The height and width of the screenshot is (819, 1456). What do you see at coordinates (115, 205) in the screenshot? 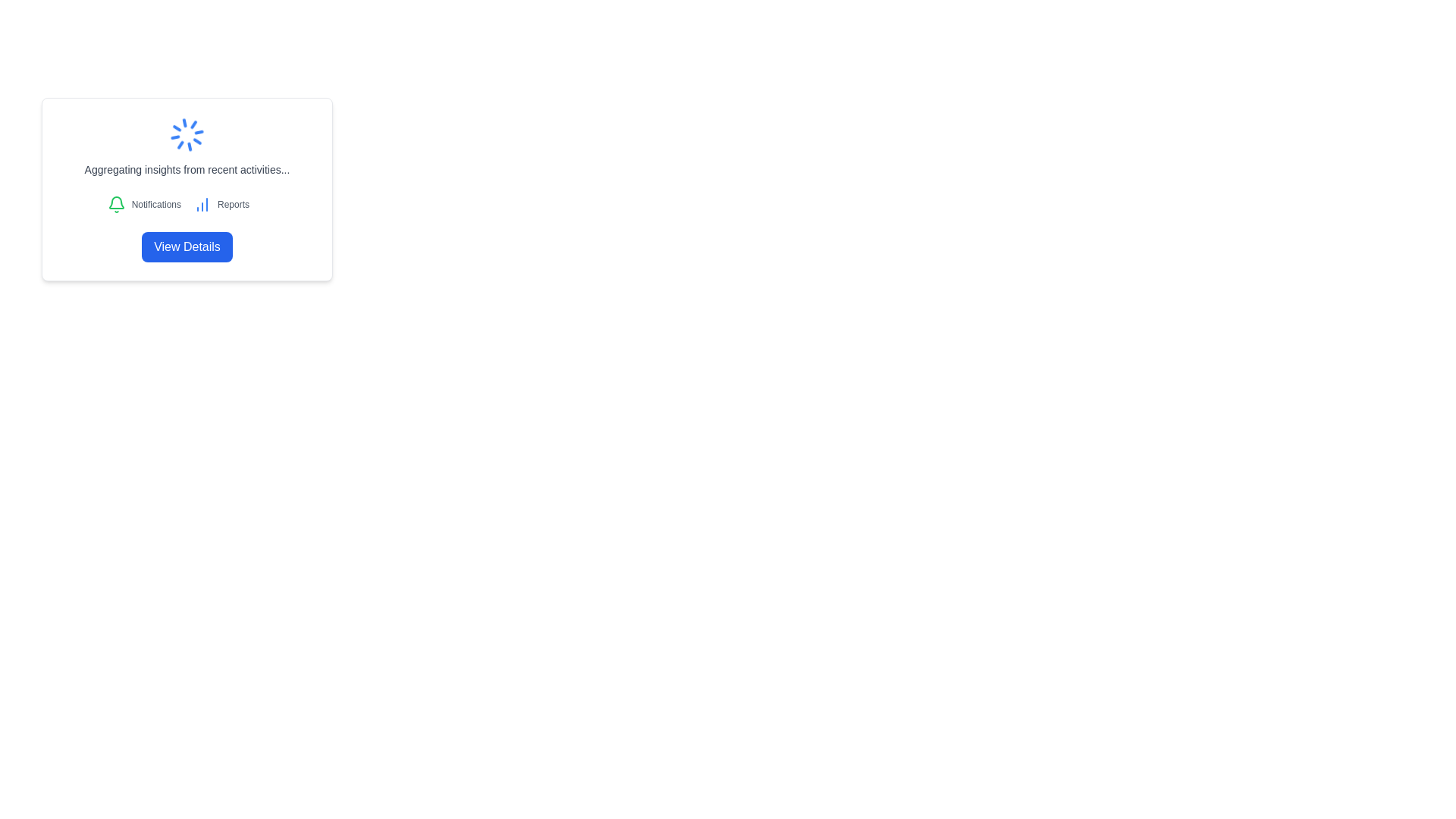
I see `the notifications icon located at the leftmost side of the group labeled 'Notifications'` at bounding box center [115, 205].